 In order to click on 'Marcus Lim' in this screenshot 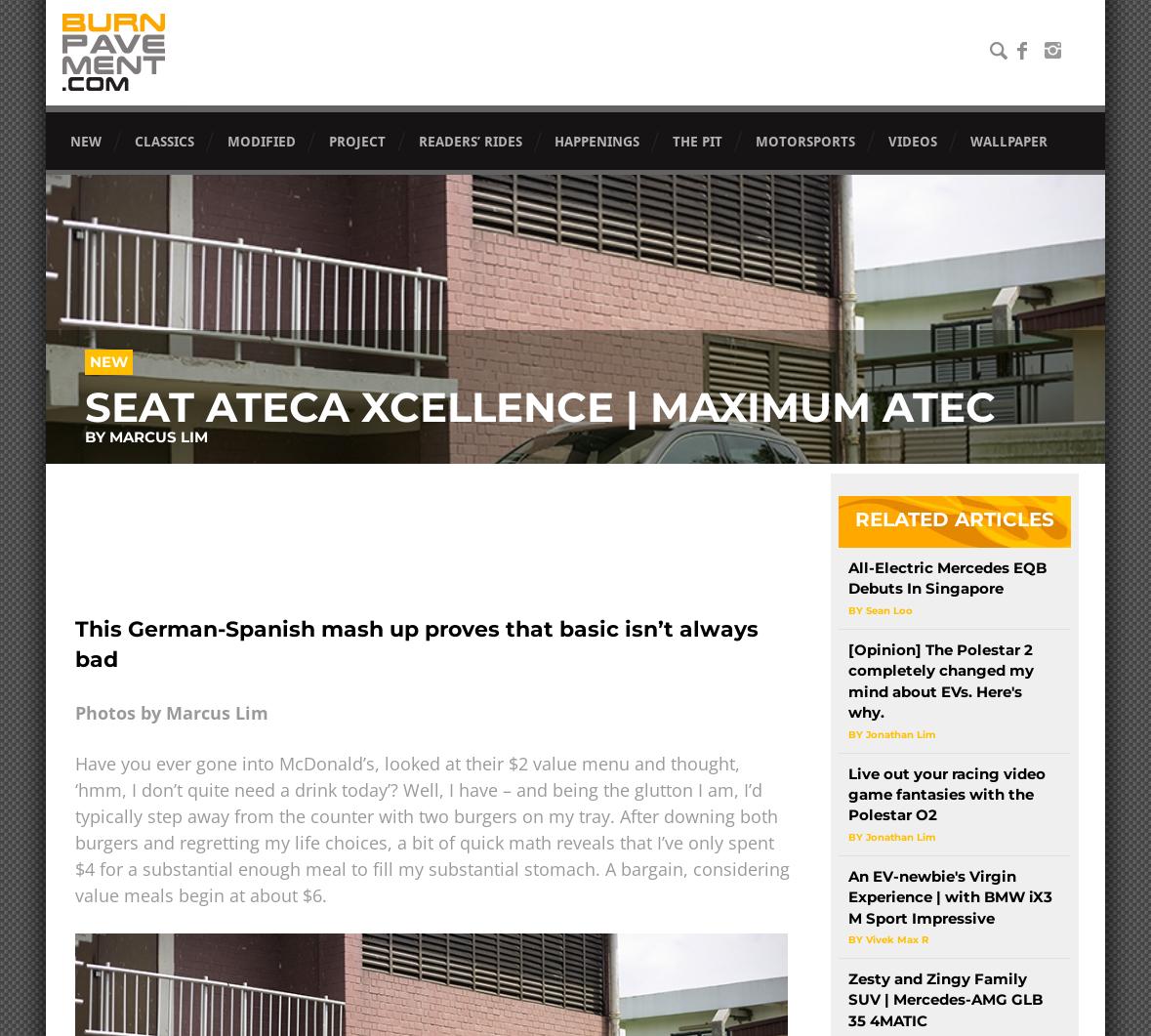, I will do `click(157, 436)`.